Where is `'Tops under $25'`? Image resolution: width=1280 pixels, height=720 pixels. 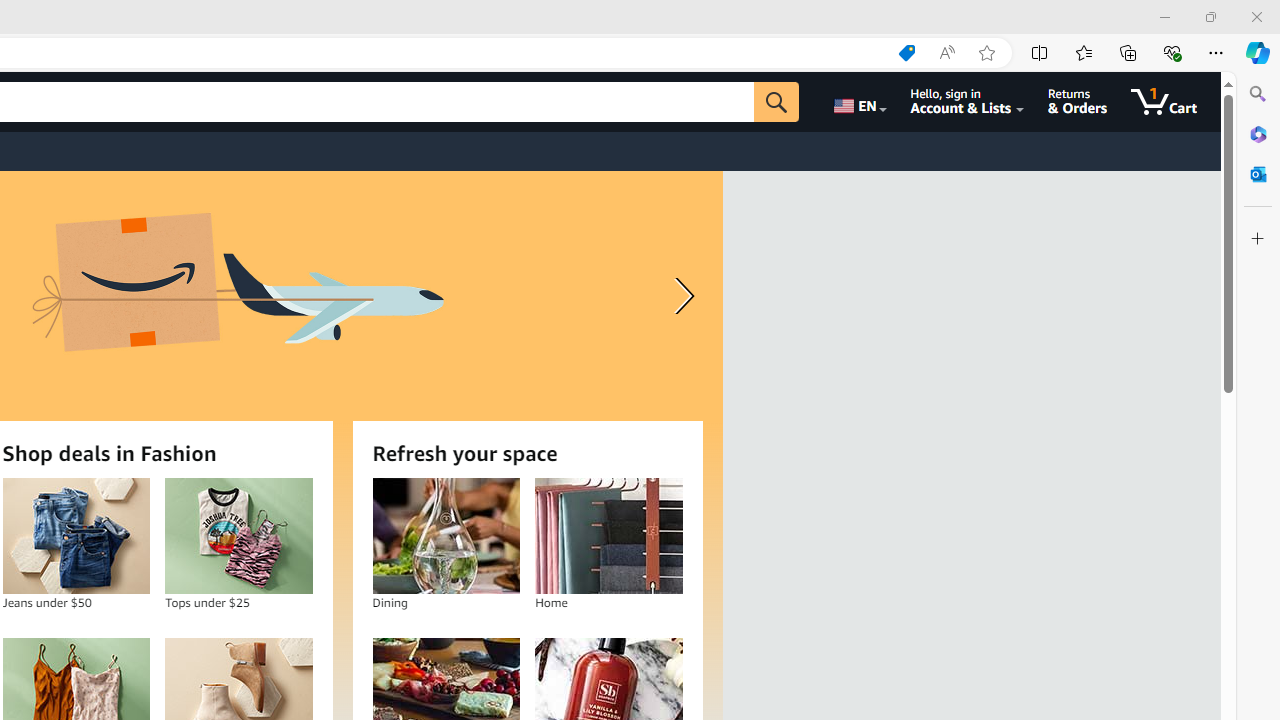 'Tops under $25' is located at coordinates (239, 535).